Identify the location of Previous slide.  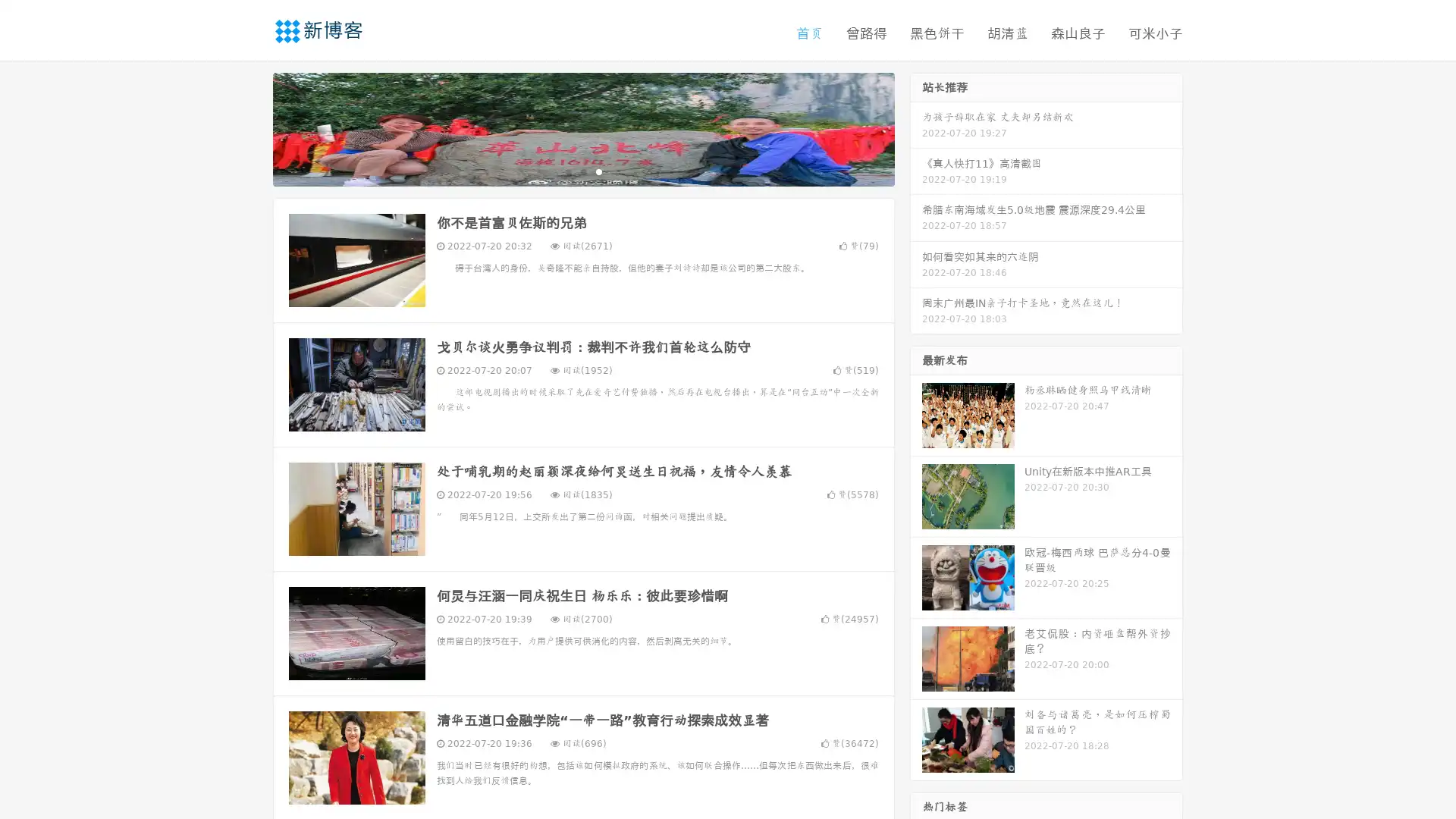
(250, 127).